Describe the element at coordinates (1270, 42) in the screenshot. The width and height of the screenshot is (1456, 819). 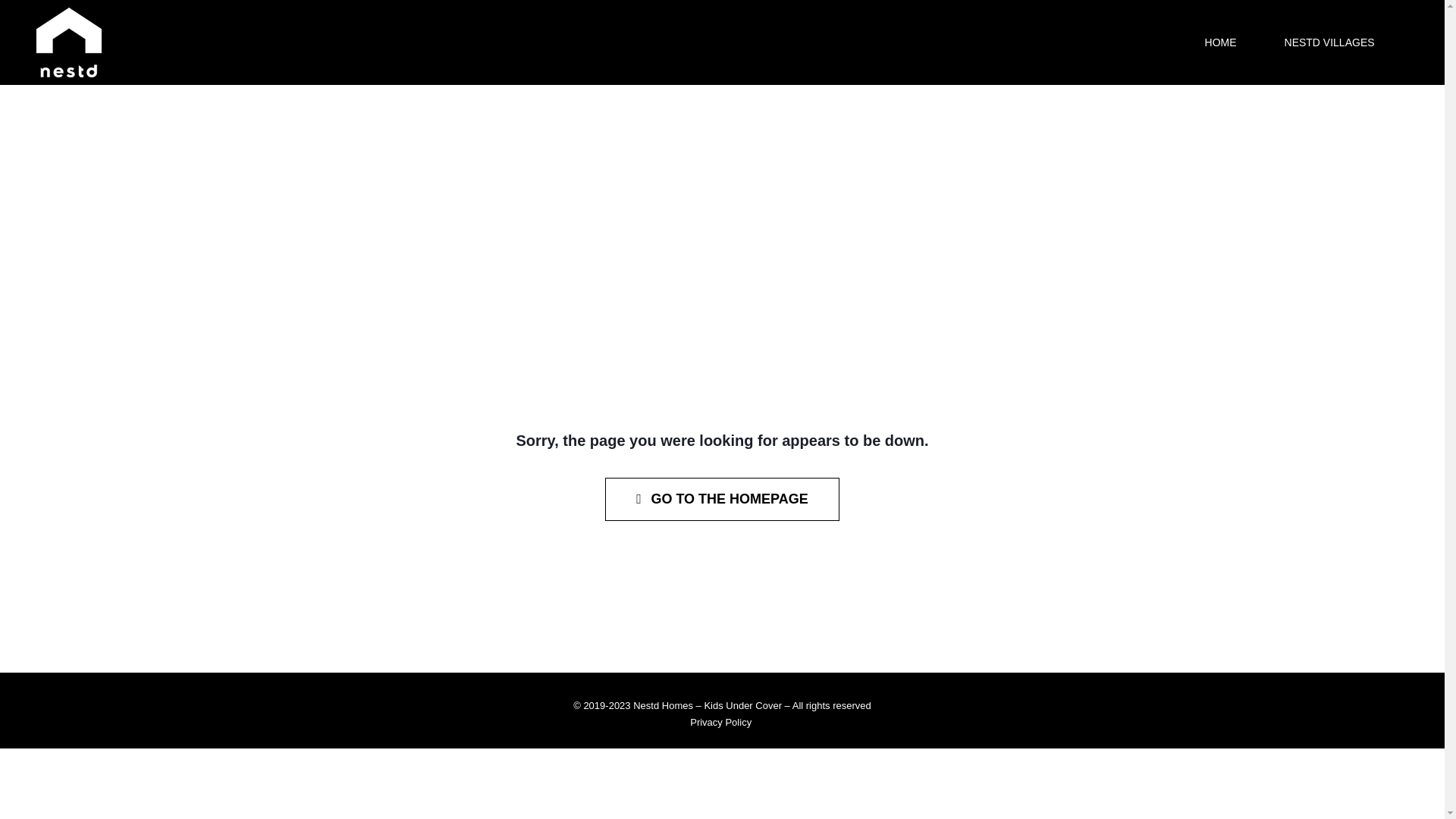
I see `'NESTD VILLAGES'` at that location.